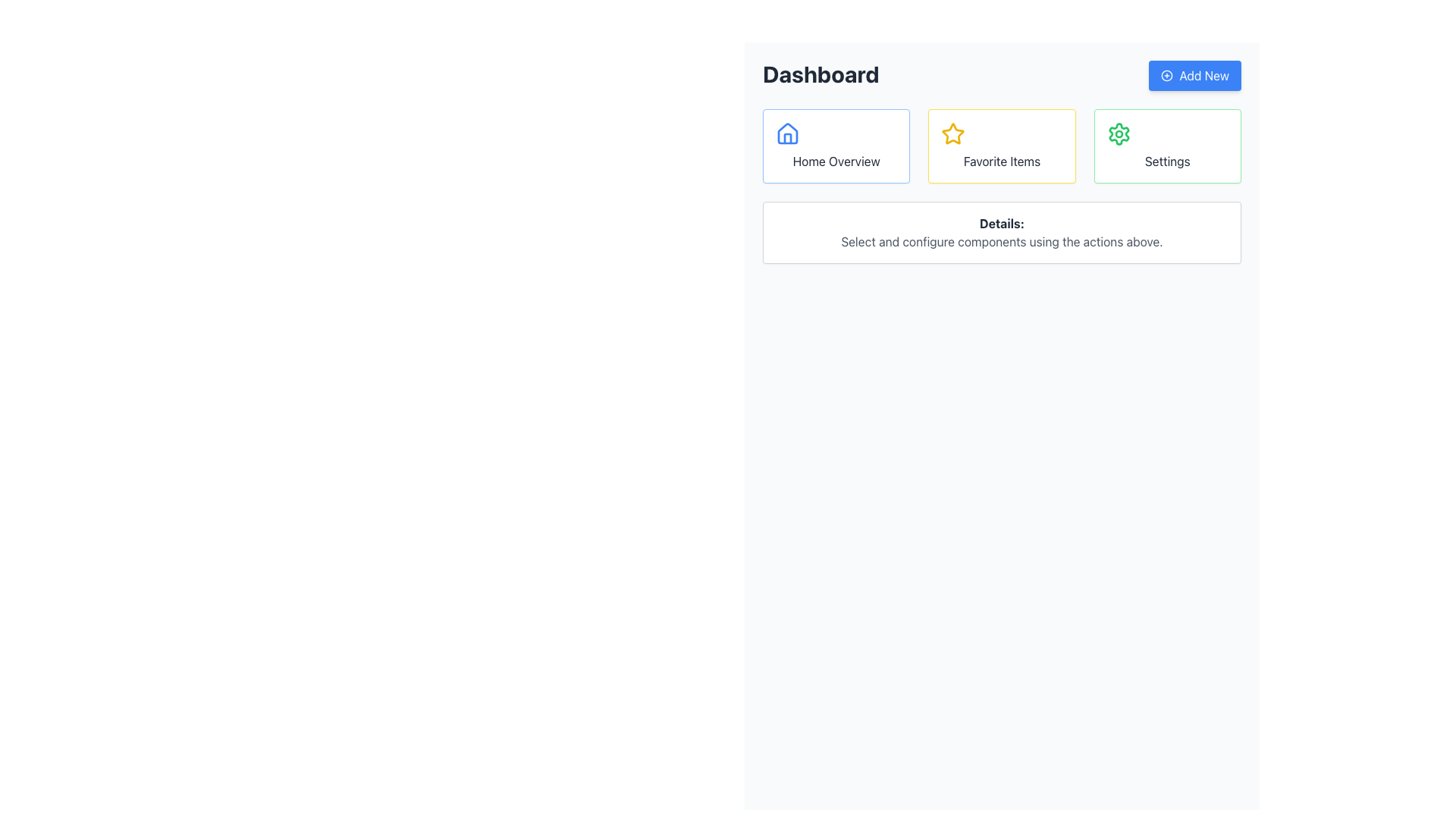  Describe the element at coordinates (1002, 223) in the screenshot. I see `the bold text label reading 'Details:' which is styled in dark gray and positioned at the top of a bordered section` at that location.